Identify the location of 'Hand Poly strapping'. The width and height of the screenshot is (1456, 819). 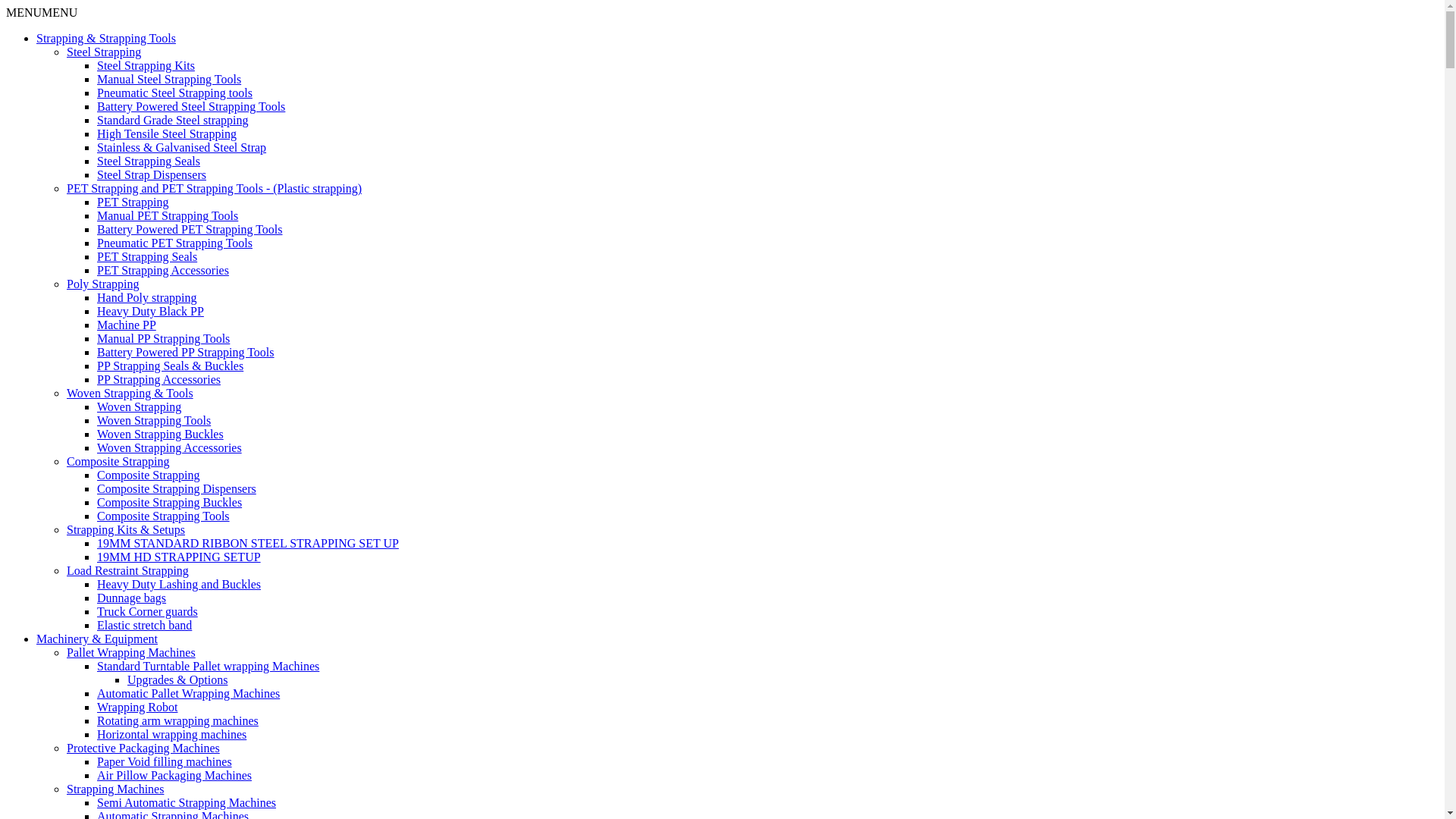
(146, 297).